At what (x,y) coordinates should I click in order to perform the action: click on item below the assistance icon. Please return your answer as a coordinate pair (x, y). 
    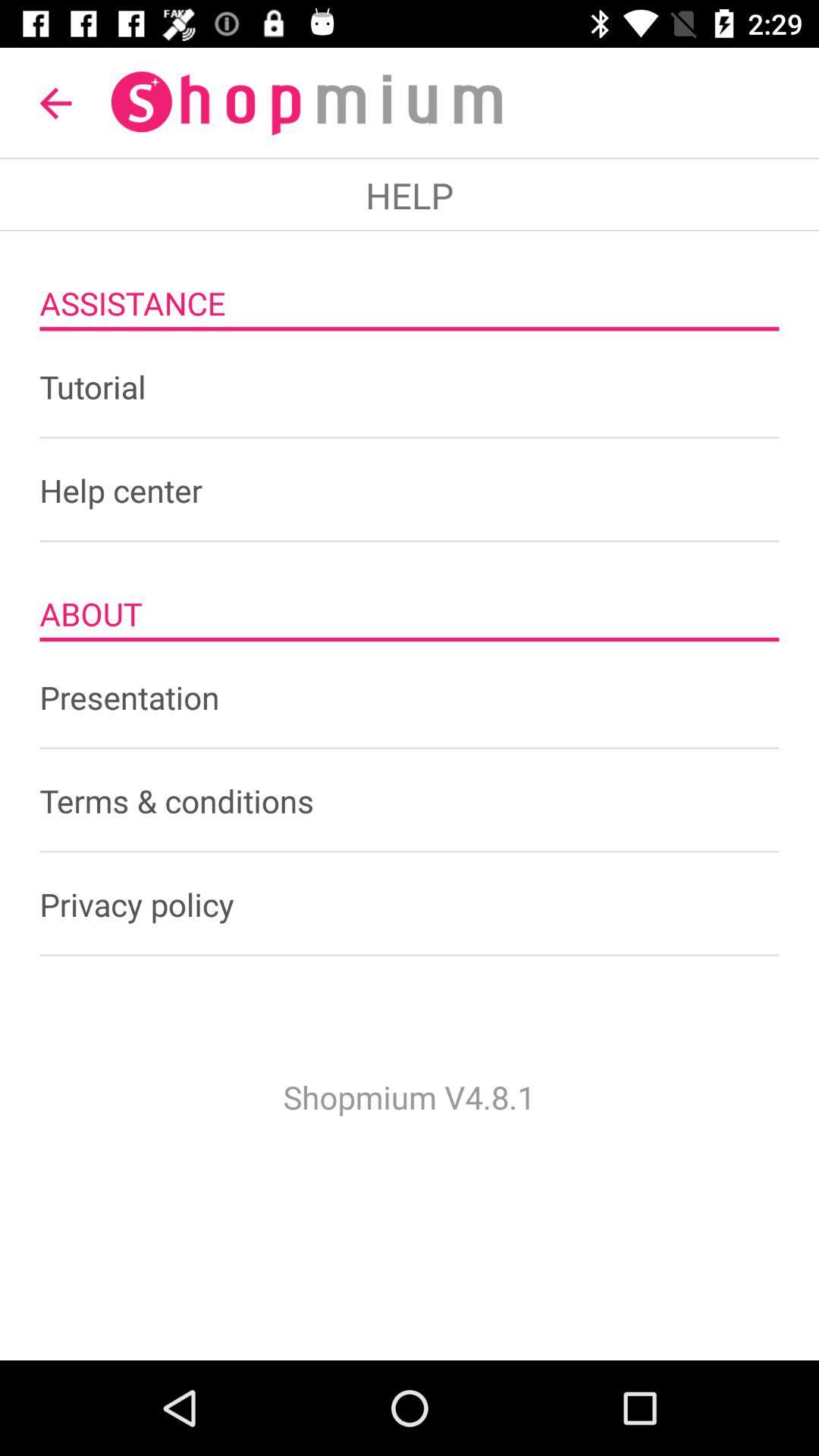
    Looking at the image, I should click on (409, 386).